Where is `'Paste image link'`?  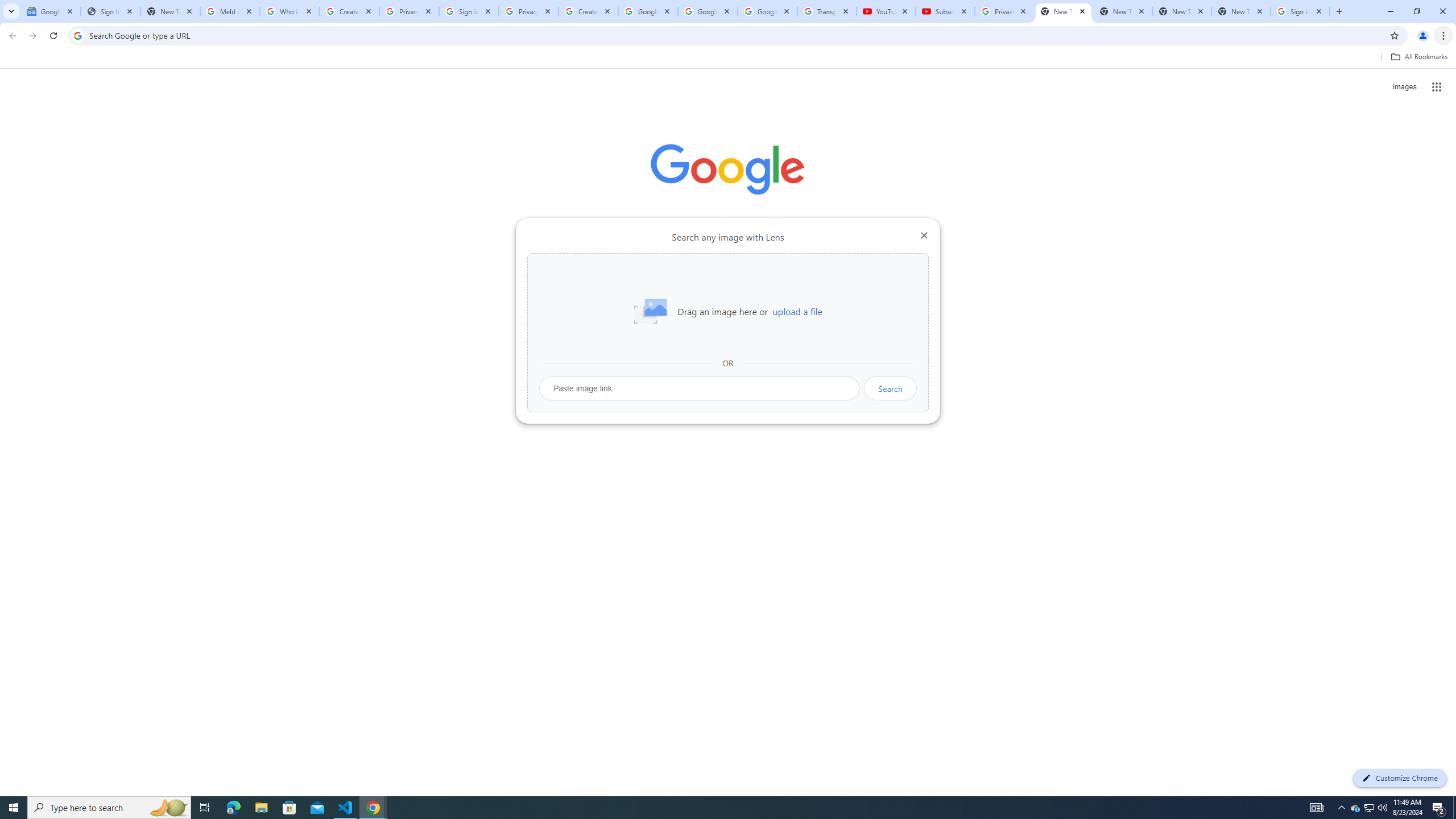
'Paste image link' is located at coordinates (700, 388).